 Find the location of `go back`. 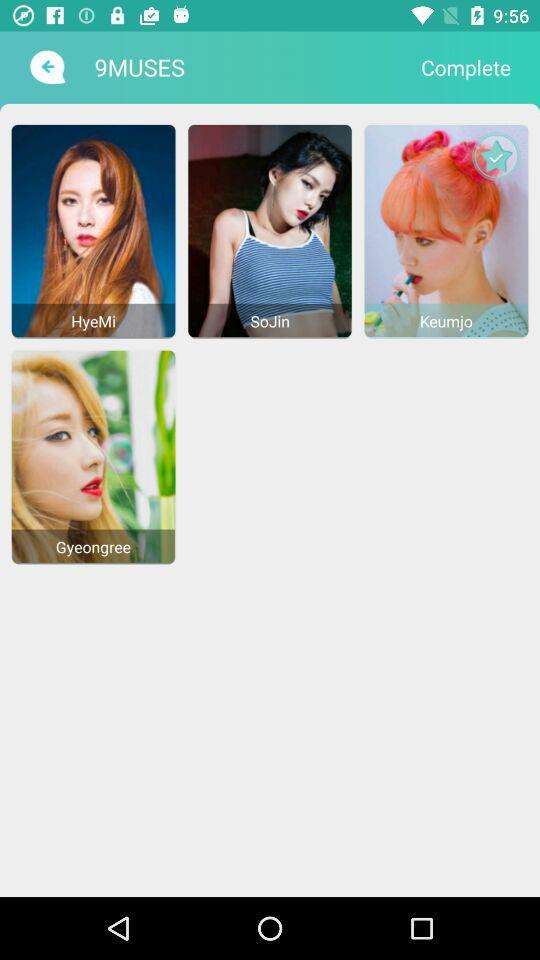

go back is located at coordinates (45, 67).